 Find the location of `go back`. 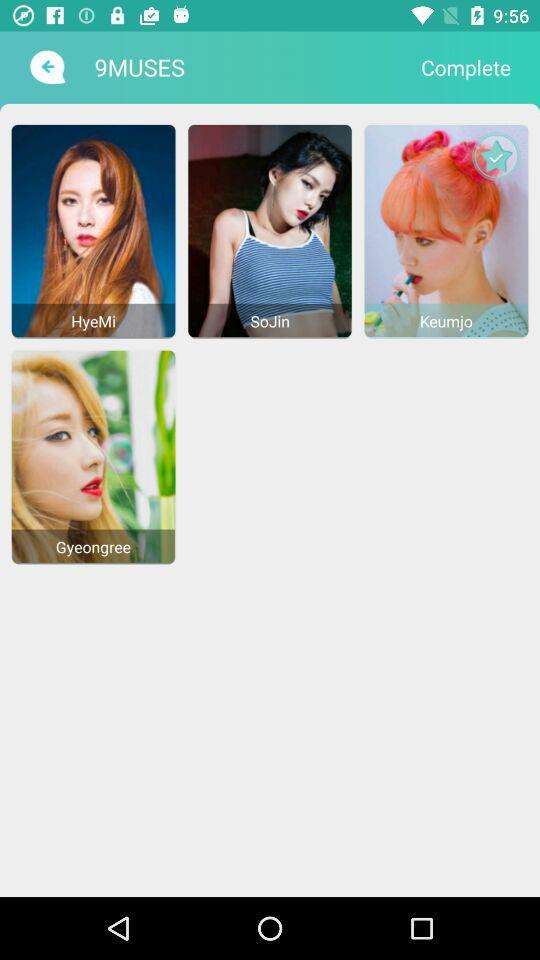

go back is located at coordinates (45, 67).